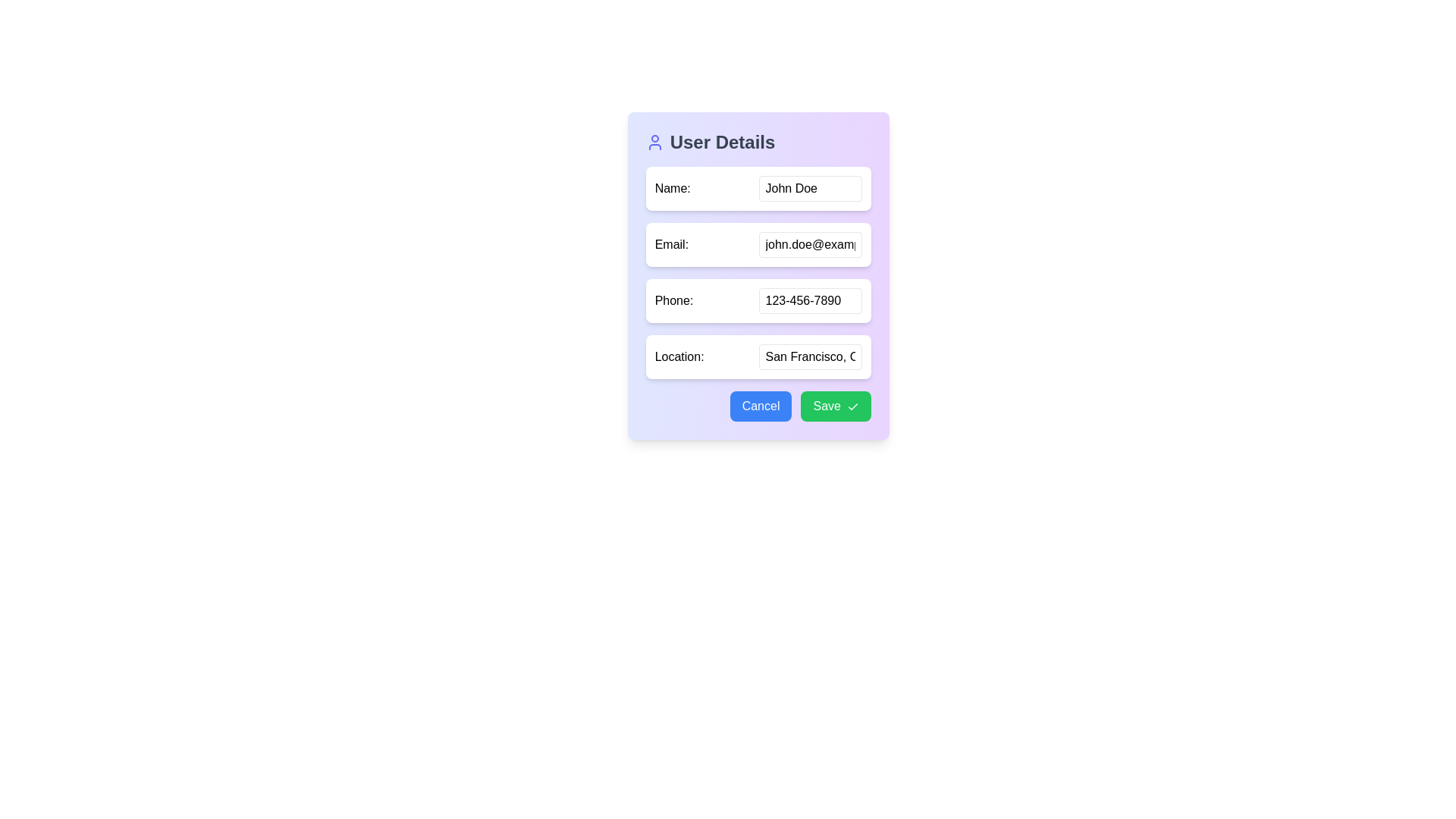  Describe the element at coordinates (670, 244) in the screenshot. I see `the 'Email:' label, which is aligned to the left of the email input field in the second row of the form` at that location.